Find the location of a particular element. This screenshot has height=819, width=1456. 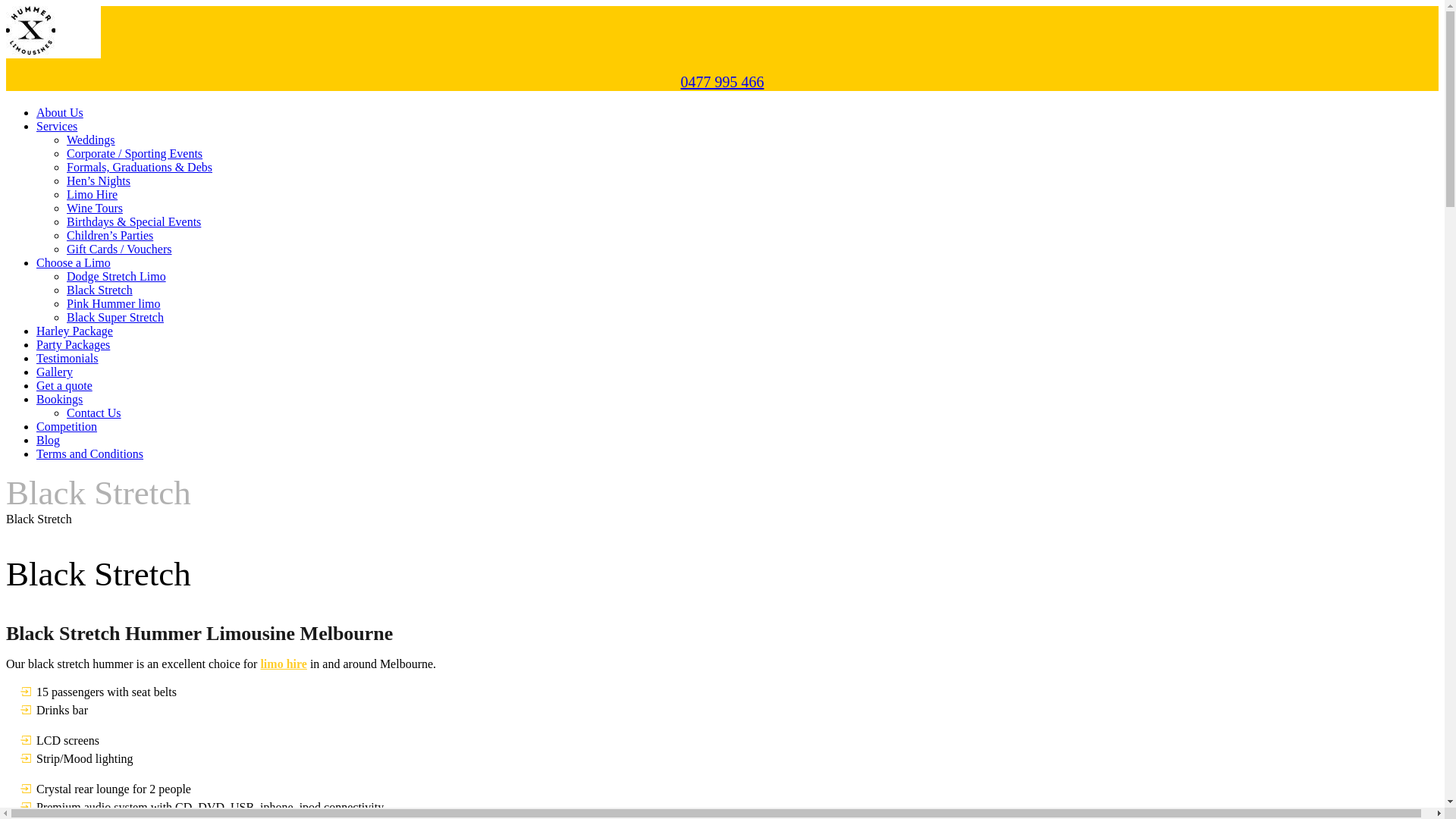

'Competition' is located at coordinates (36, 426).